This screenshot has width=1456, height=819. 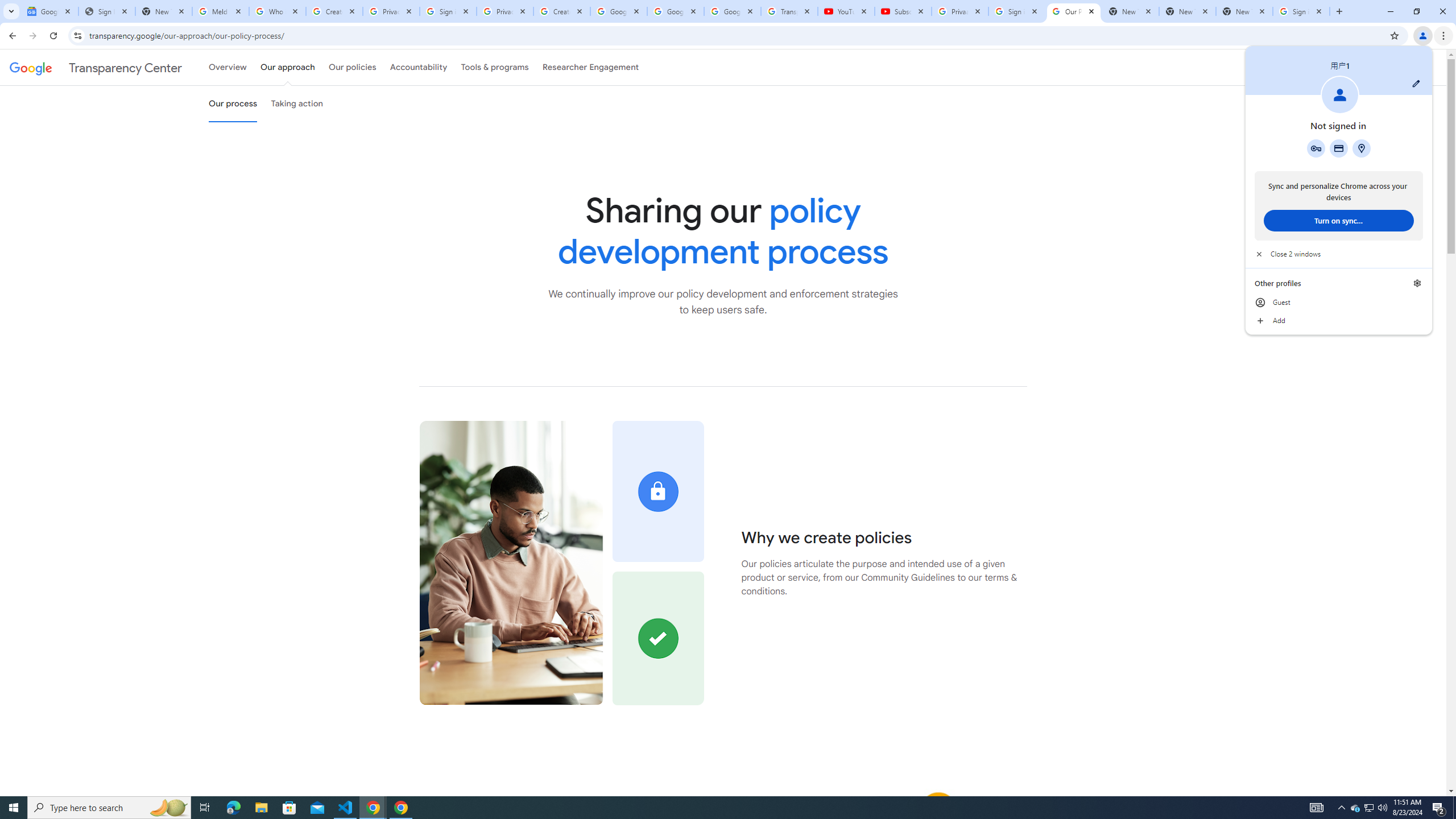 I want to click on 'Transparency Center', so click(x=95, y=67).